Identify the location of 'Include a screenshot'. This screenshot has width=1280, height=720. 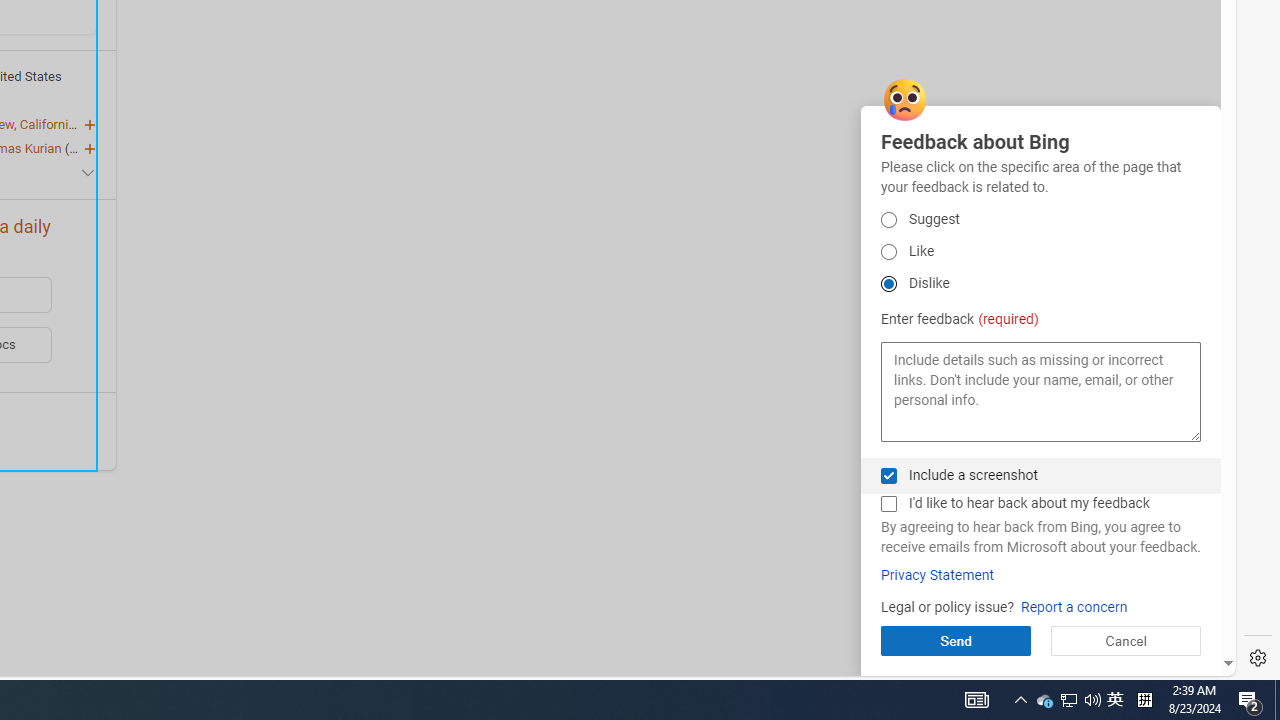
(887, 475).